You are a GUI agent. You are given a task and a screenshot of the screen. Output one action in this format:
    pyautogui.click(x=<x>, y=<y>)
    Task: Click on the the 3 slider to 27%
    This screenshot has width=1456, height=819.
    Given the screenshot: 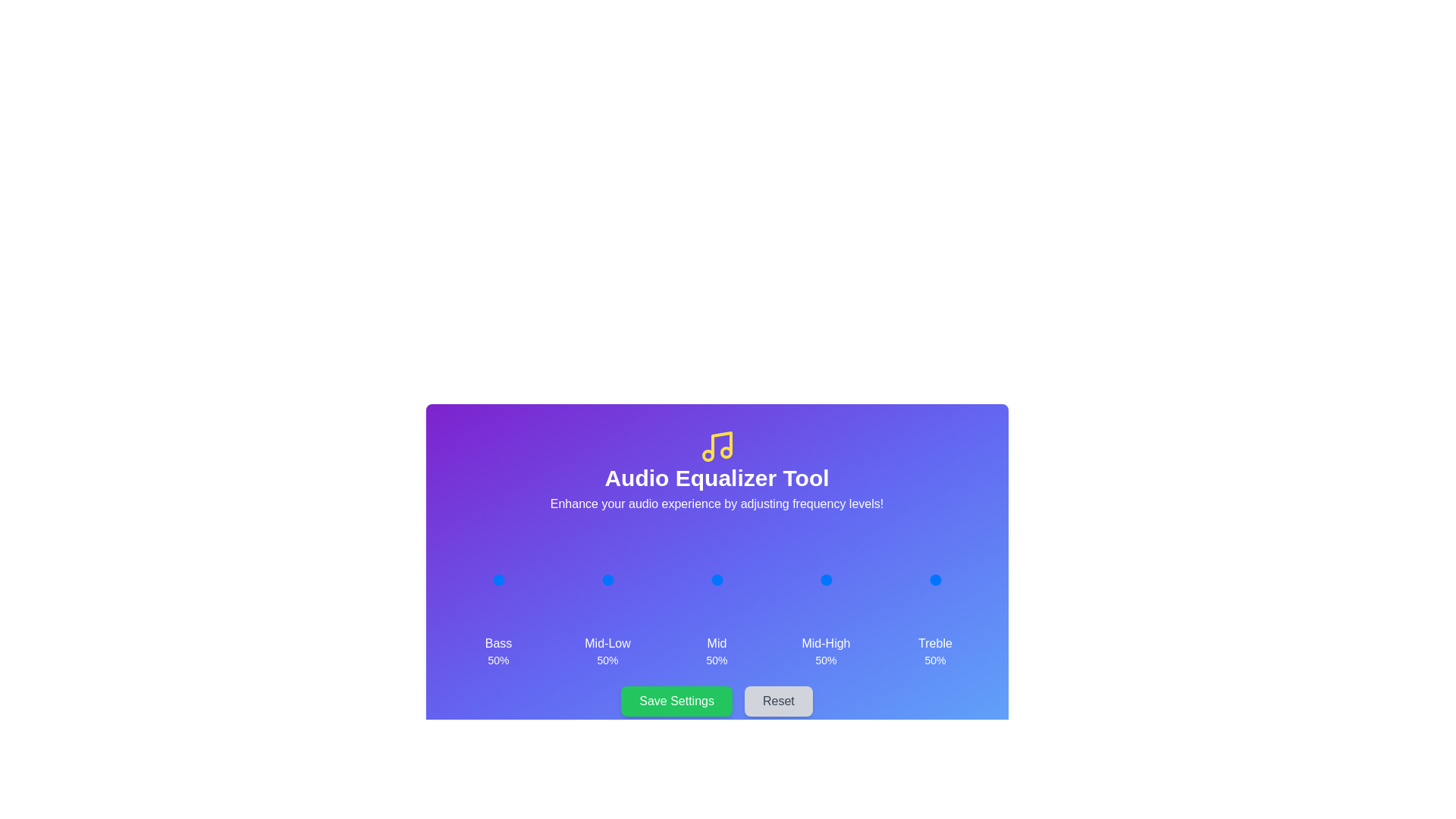 What is the action you would take?
    pyautogui.click(x=814, y=579)
    